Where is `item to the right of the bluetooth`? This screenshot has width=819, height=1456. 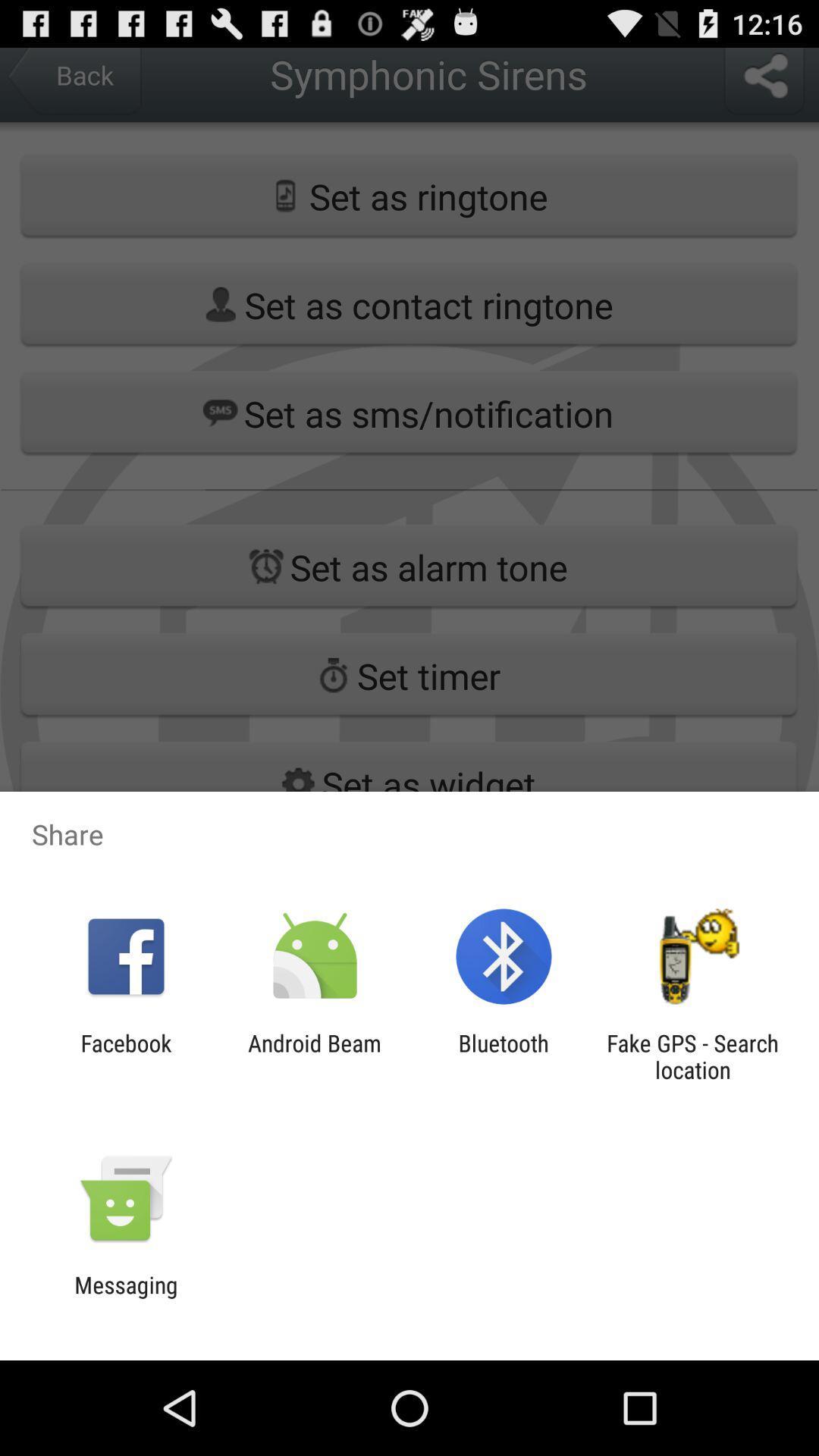
item to the right of the bluetooth is located at coordinates (692, 1056).